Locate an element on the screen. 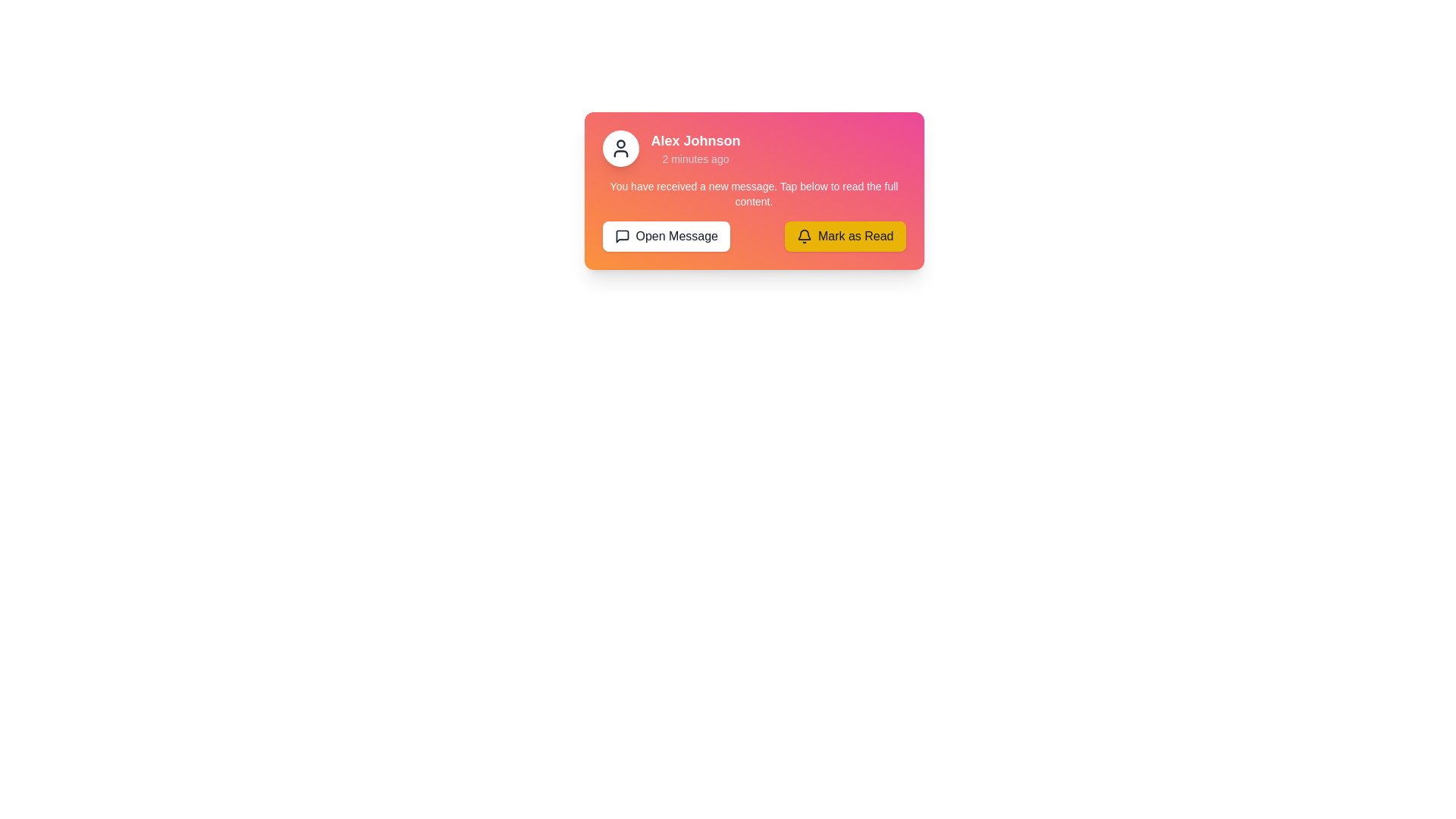 Image resolution: width=1456 pixels, height=819 pixels. the textual label that identifies the sender 'Alex Johnson' and shows the recency '2 minutes ago' in the notification card is located at coordinates (695, 149).